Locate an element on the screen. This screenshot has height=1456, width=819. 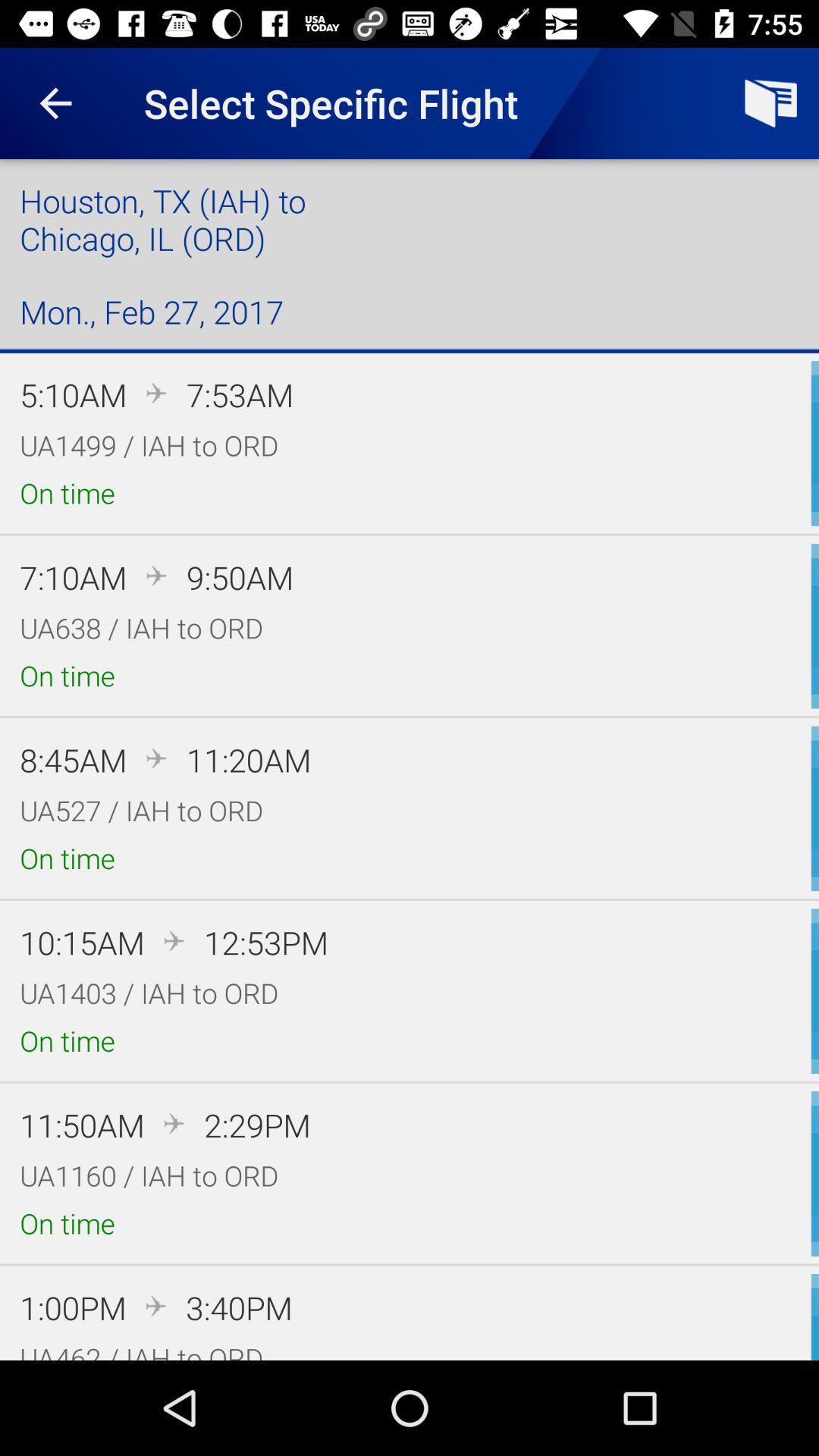
12:53pm is located at coordinates (265, 941).